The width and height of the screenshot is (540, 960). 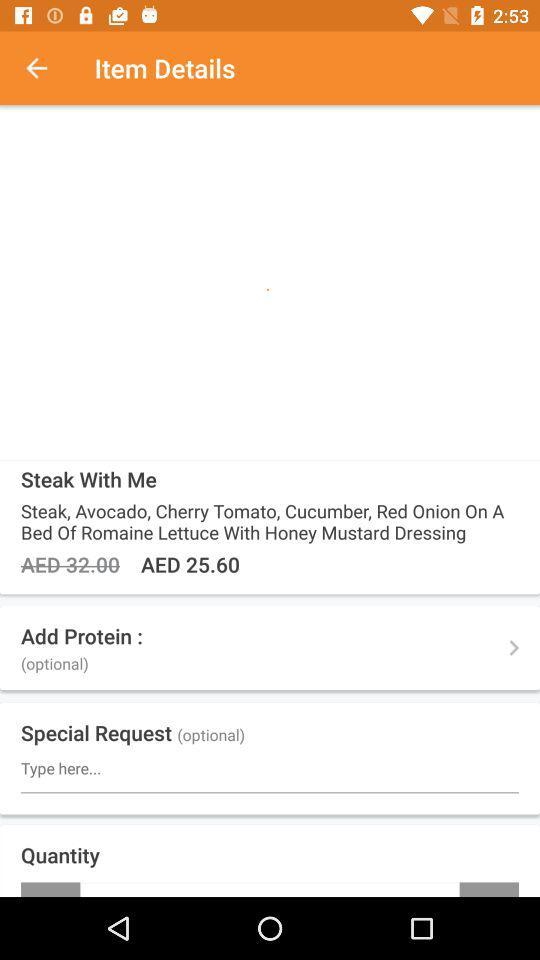 What do you see at coordinates (47, 68) in the screenshot?
I see `the item next to item details` at bounding box center [47, 68].